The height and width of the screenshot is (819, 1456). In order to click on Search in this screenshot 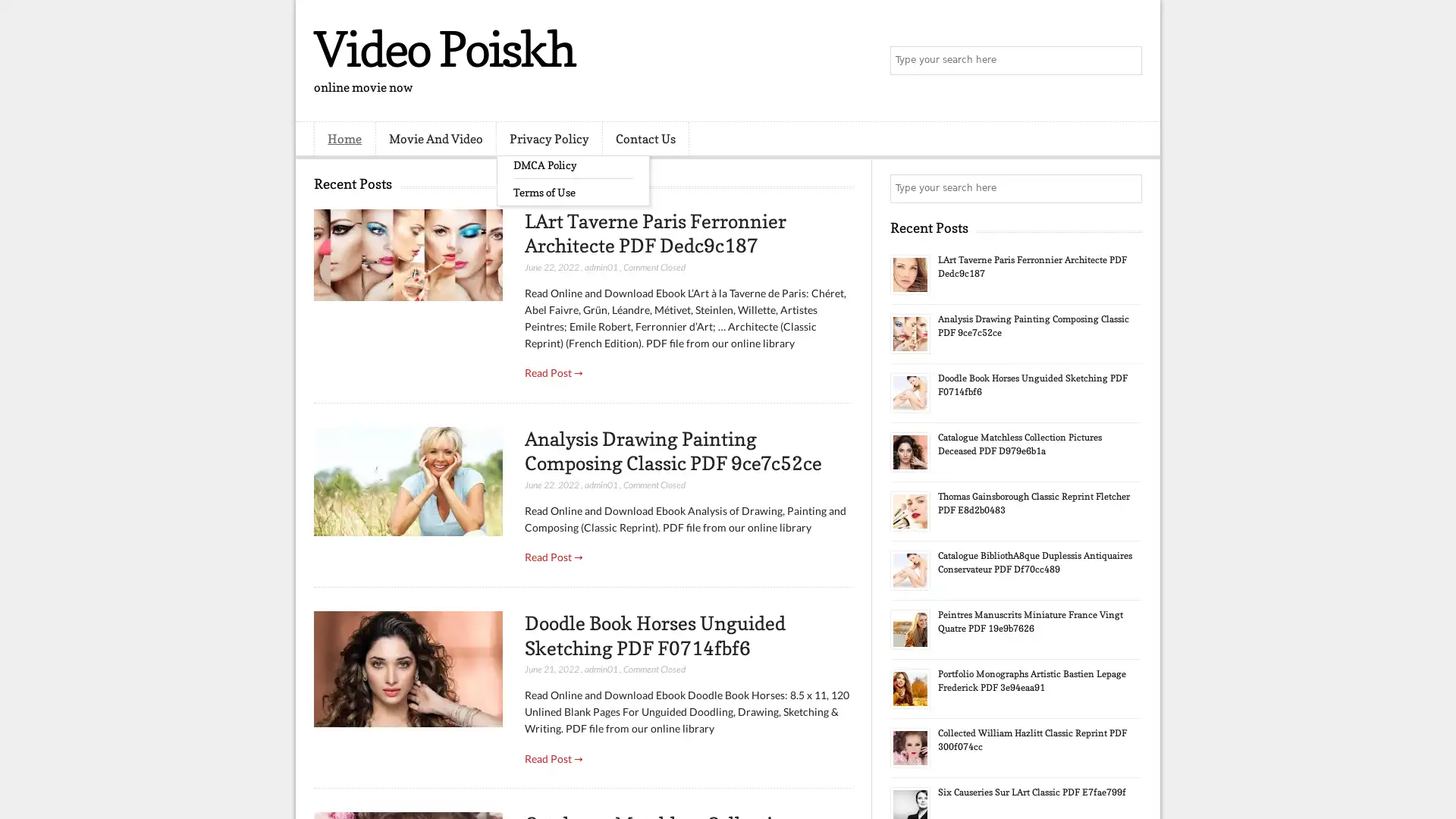, I will do `click(1126, 188)`.